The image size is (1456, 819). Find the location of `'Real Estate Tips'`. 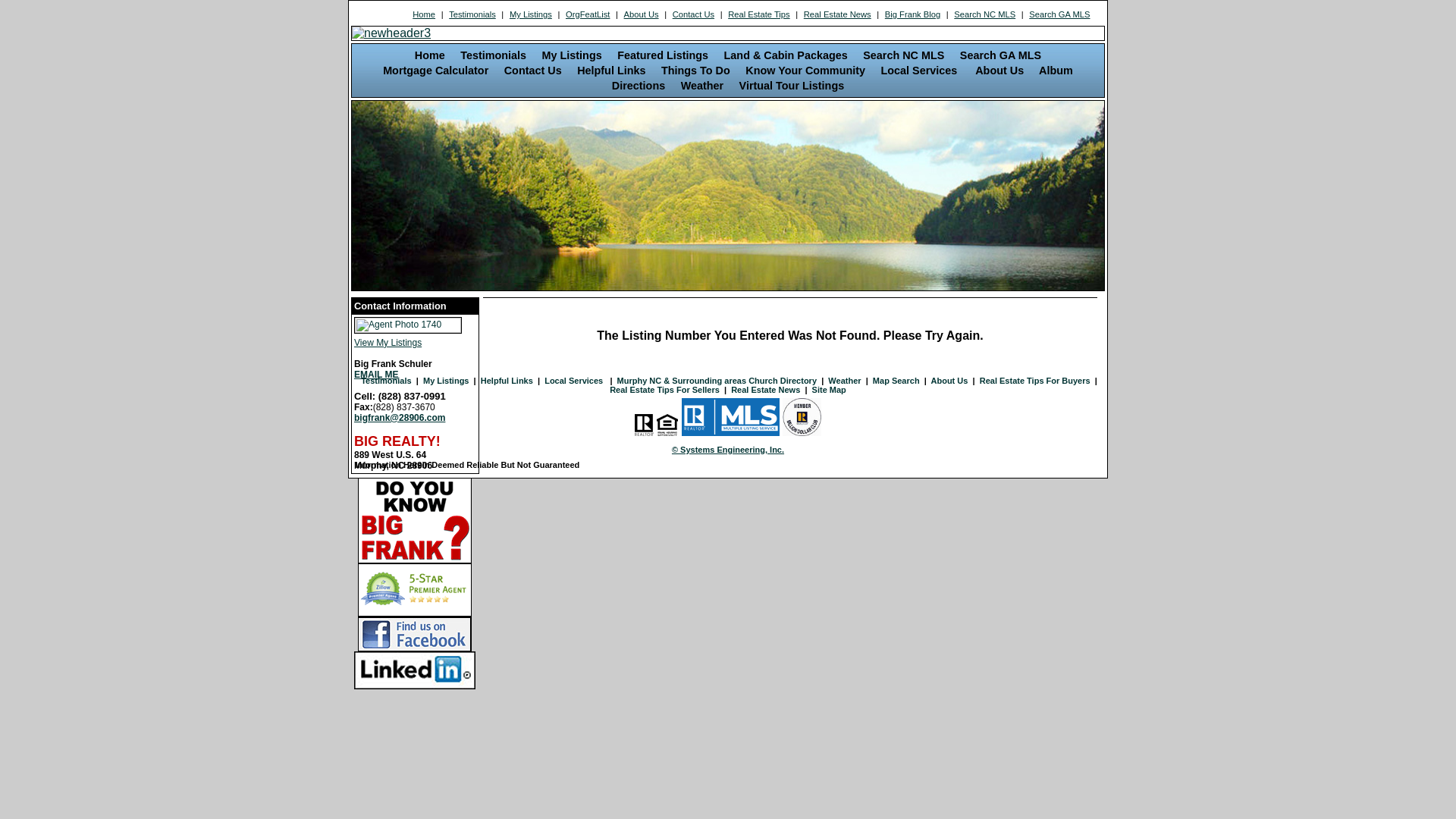

'Real Estate Tips' is located at coordinates (759, 14).